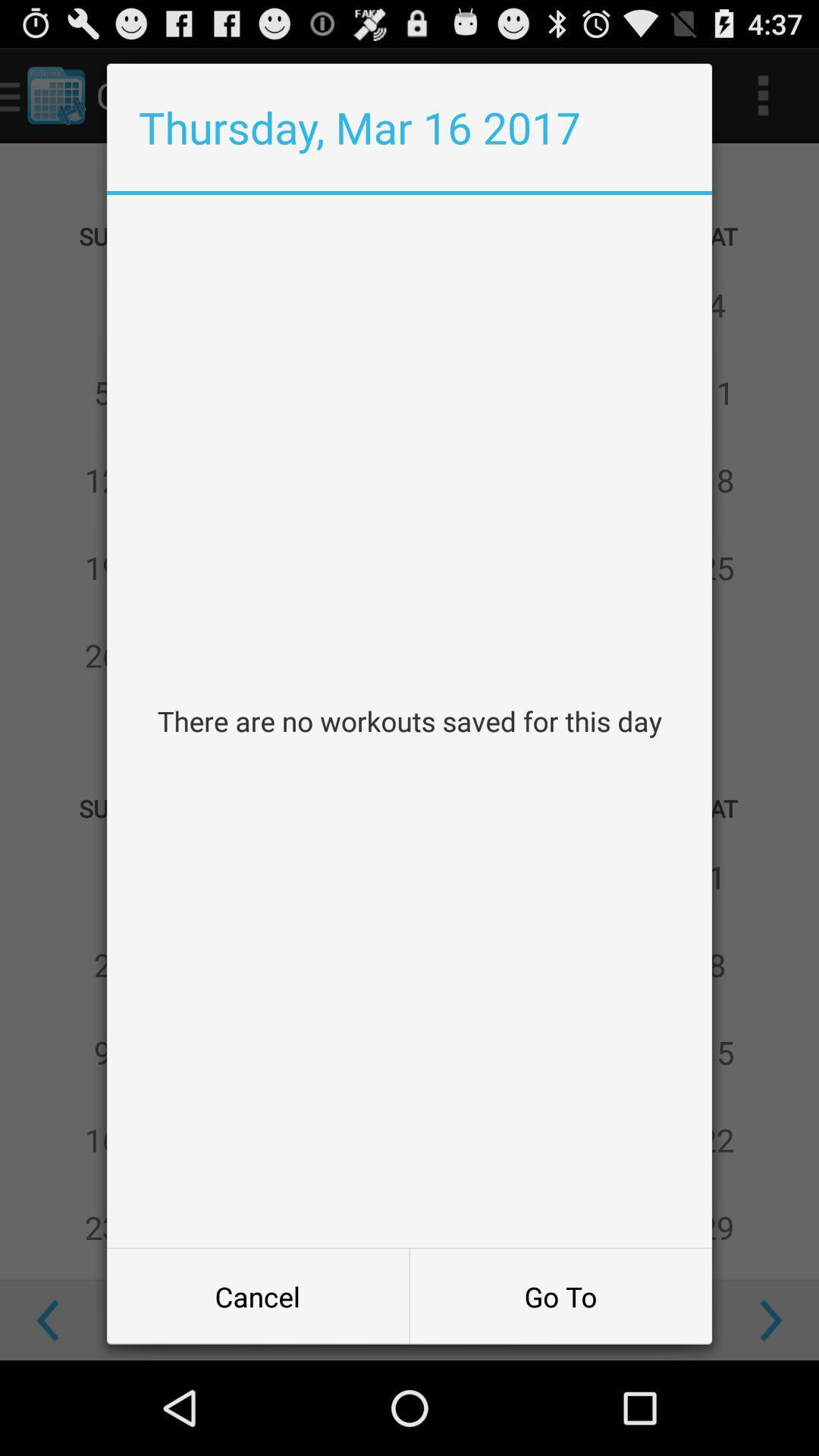  What do you see at coordinates (560, 1295) in the screenshot?
I see `go to button` at bounding box center [560, 1295].